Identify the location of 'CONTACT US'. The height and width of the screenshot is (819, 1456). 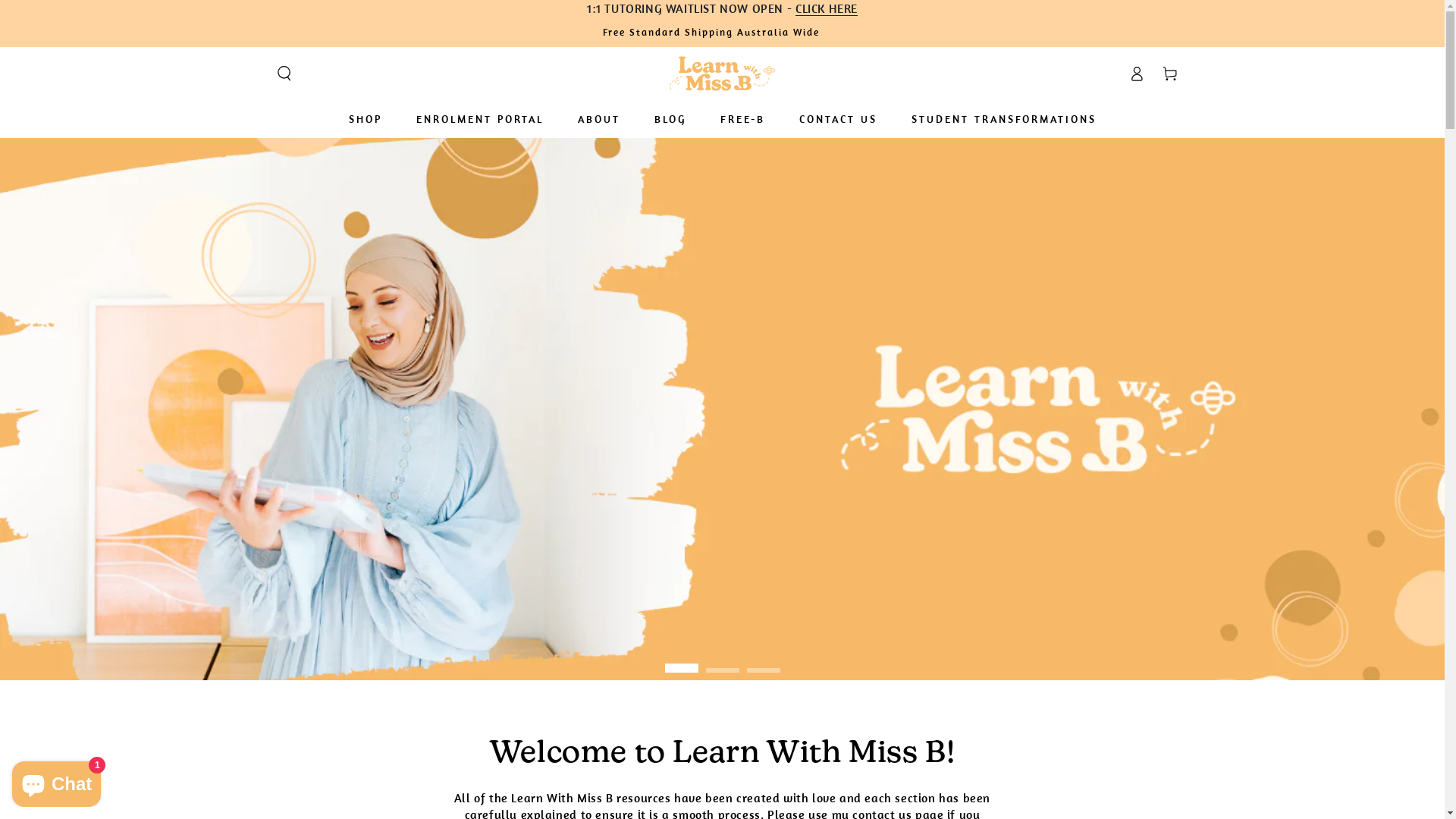
(836, 118).